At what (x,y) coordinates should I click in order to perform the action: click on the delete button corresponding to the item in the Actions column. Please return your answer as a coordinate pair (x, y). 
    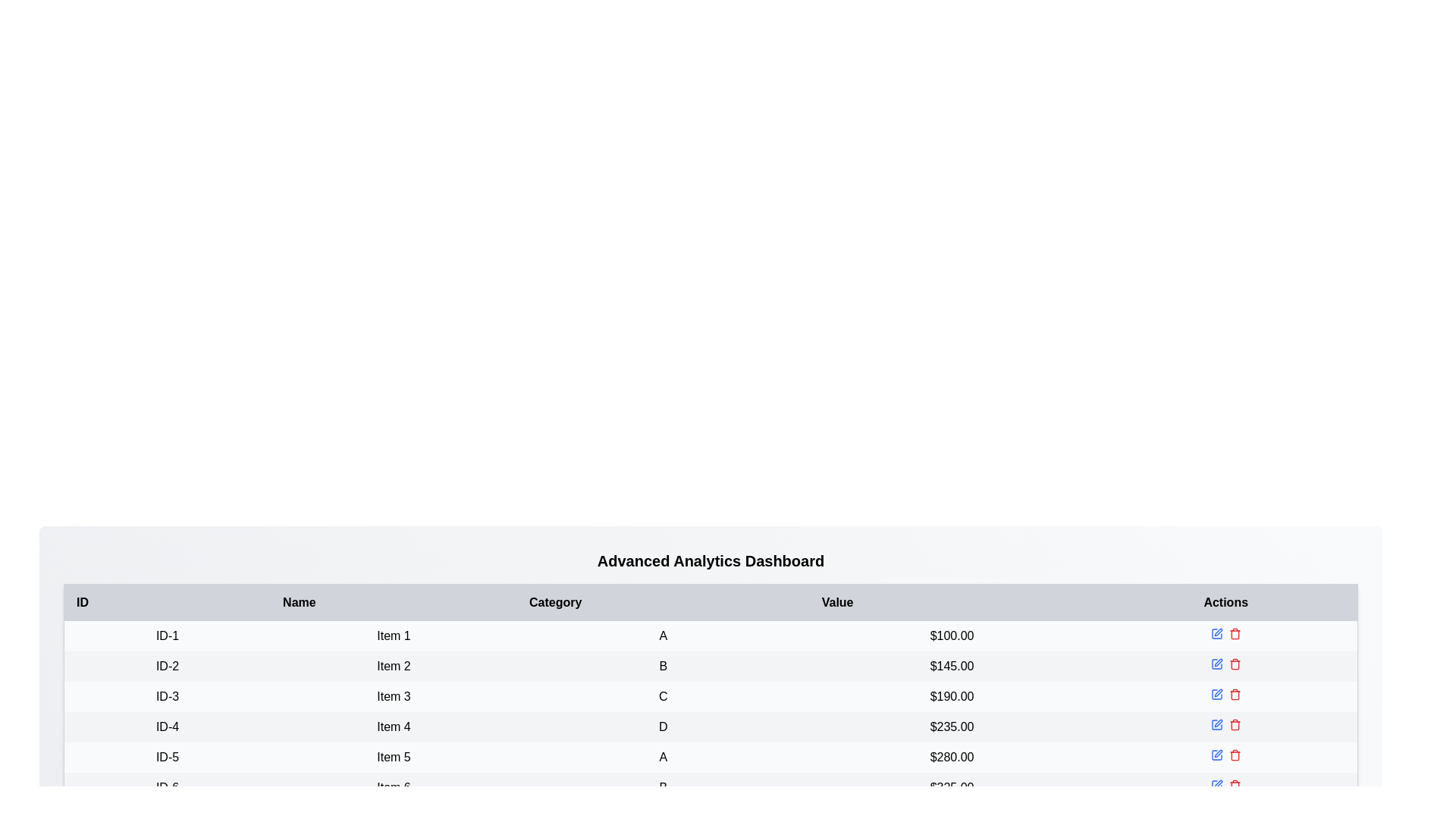
    Looking at the image, I should click on (1235, 634).